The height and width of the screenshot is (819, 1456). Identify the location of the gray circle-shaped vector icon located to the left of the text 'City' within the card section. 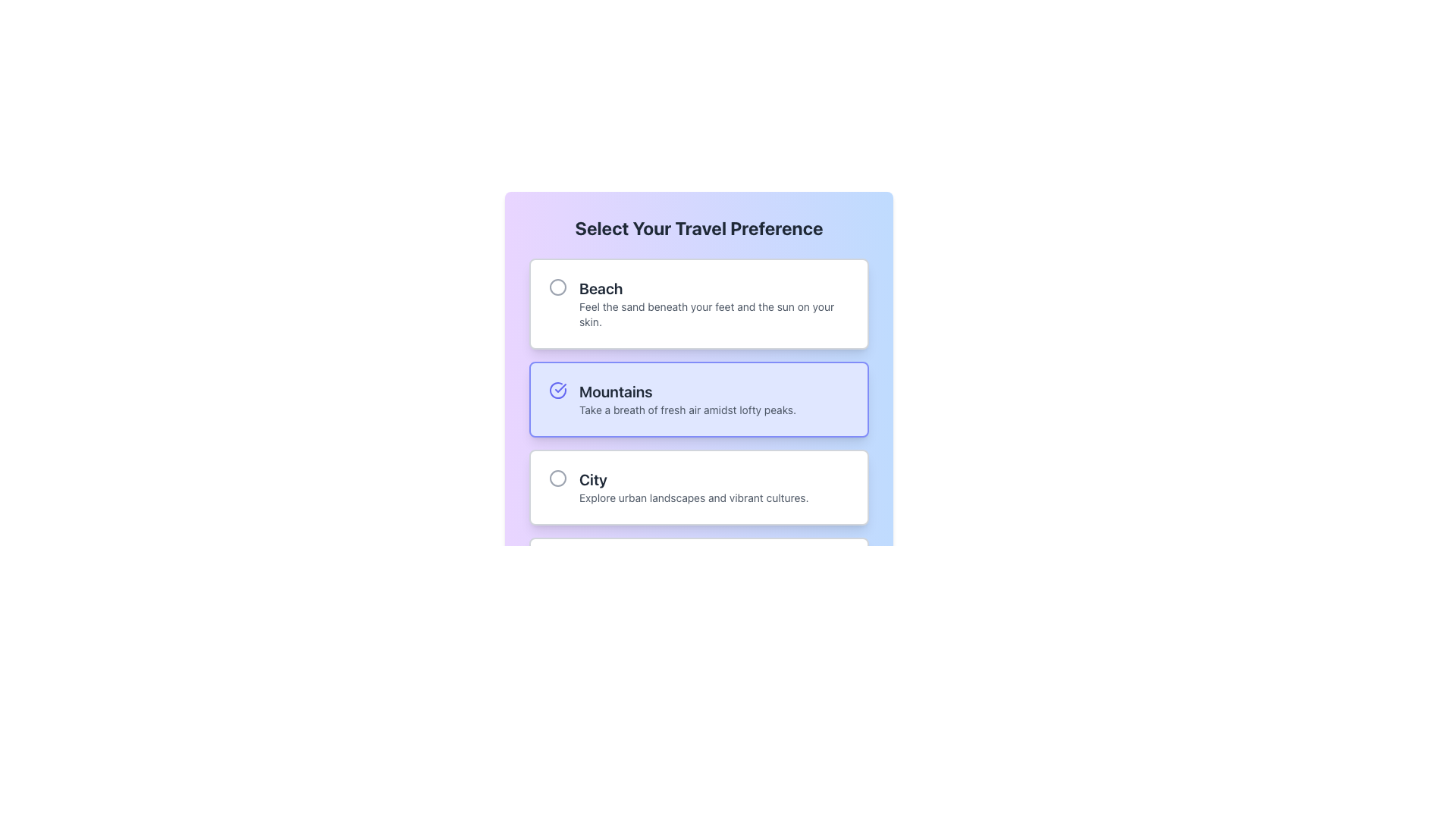
(557, 479).